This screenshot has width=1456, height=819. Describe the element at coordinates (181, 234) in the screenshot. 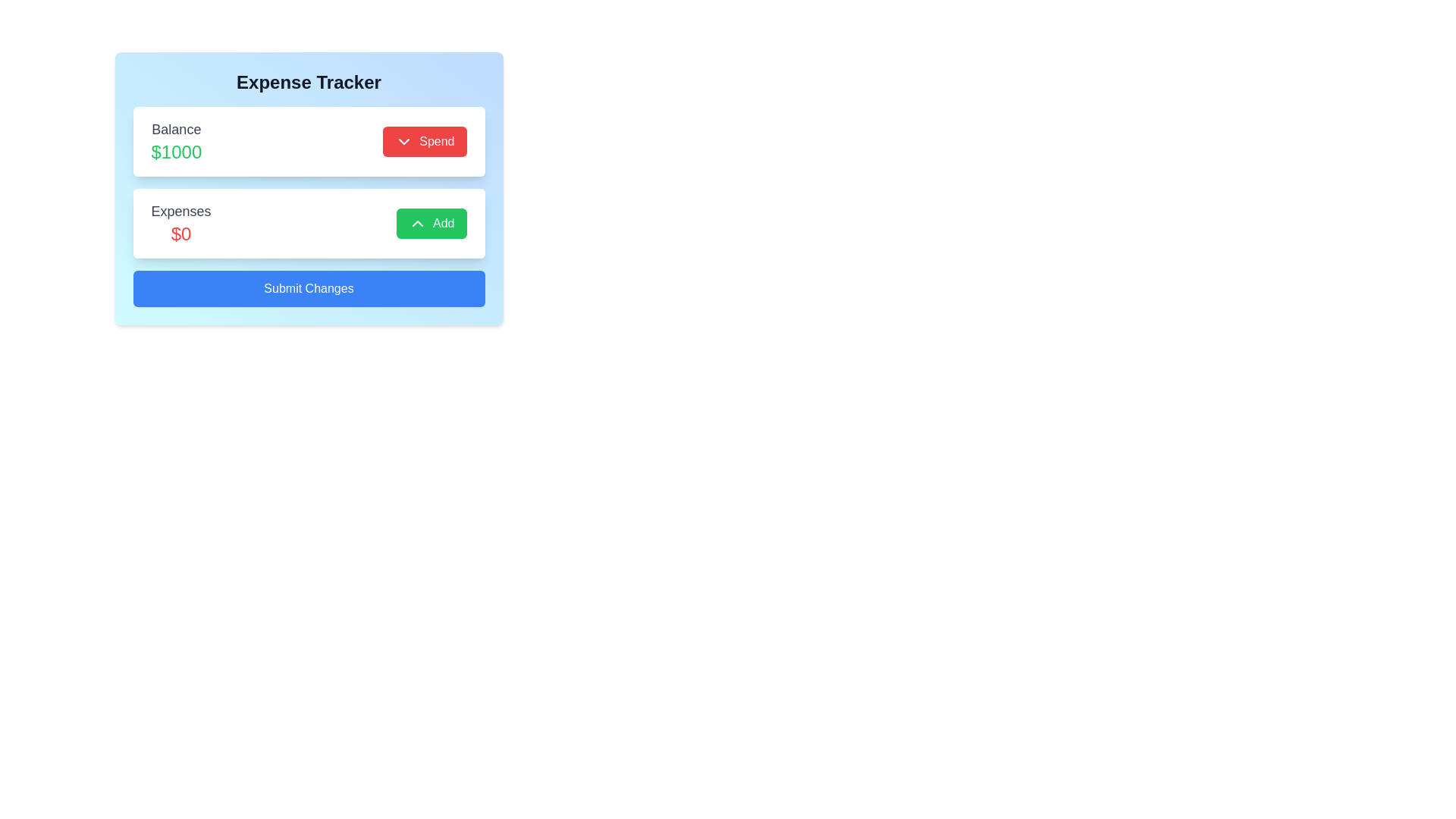

I see `the informational Text label indicating the total expenses, located within the 'Expenses' section of the interface` at that location.